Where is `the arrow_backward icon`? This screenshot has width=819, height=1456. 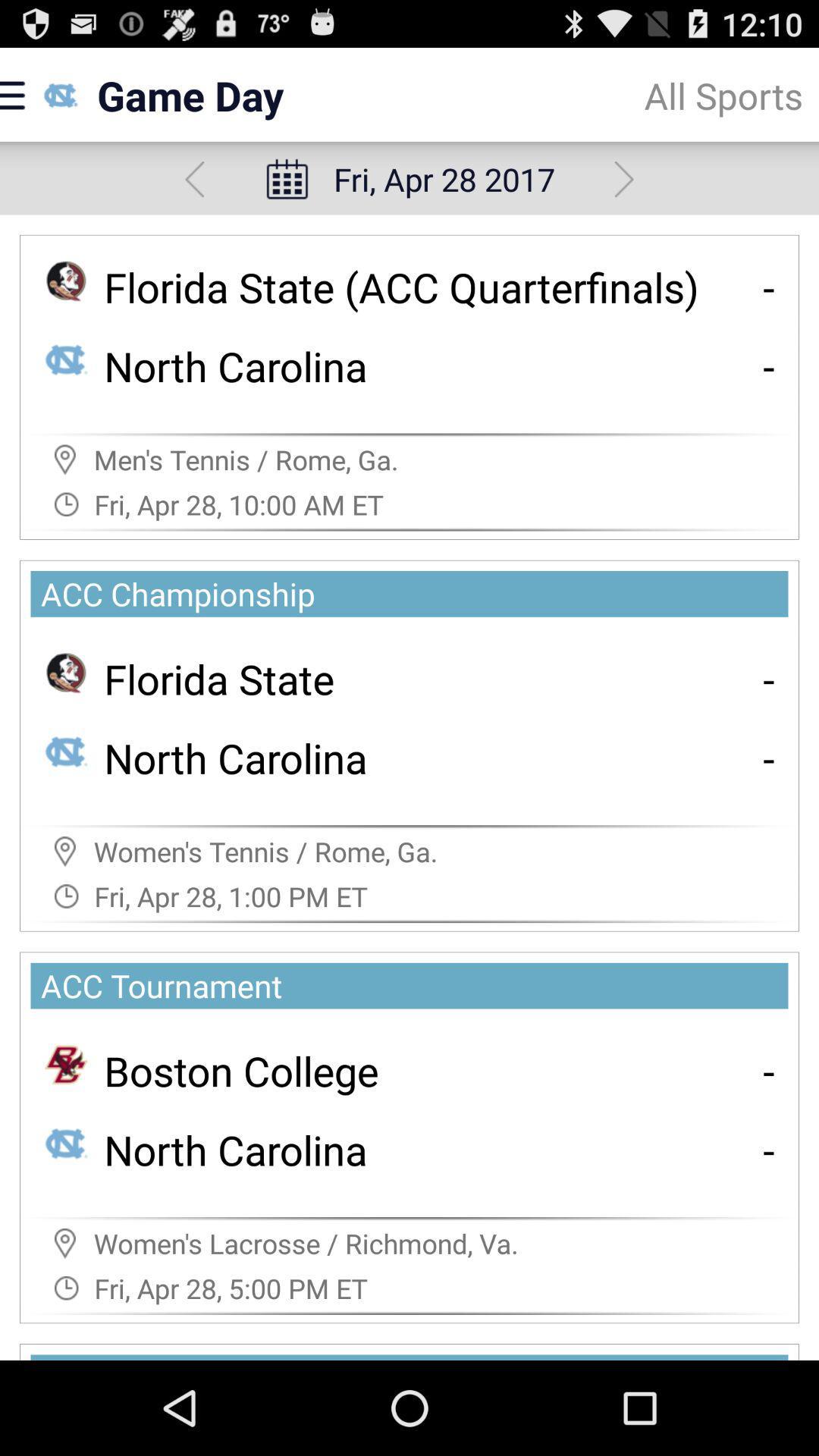 the arrow_backward icon is located at coordinates (193, 190).